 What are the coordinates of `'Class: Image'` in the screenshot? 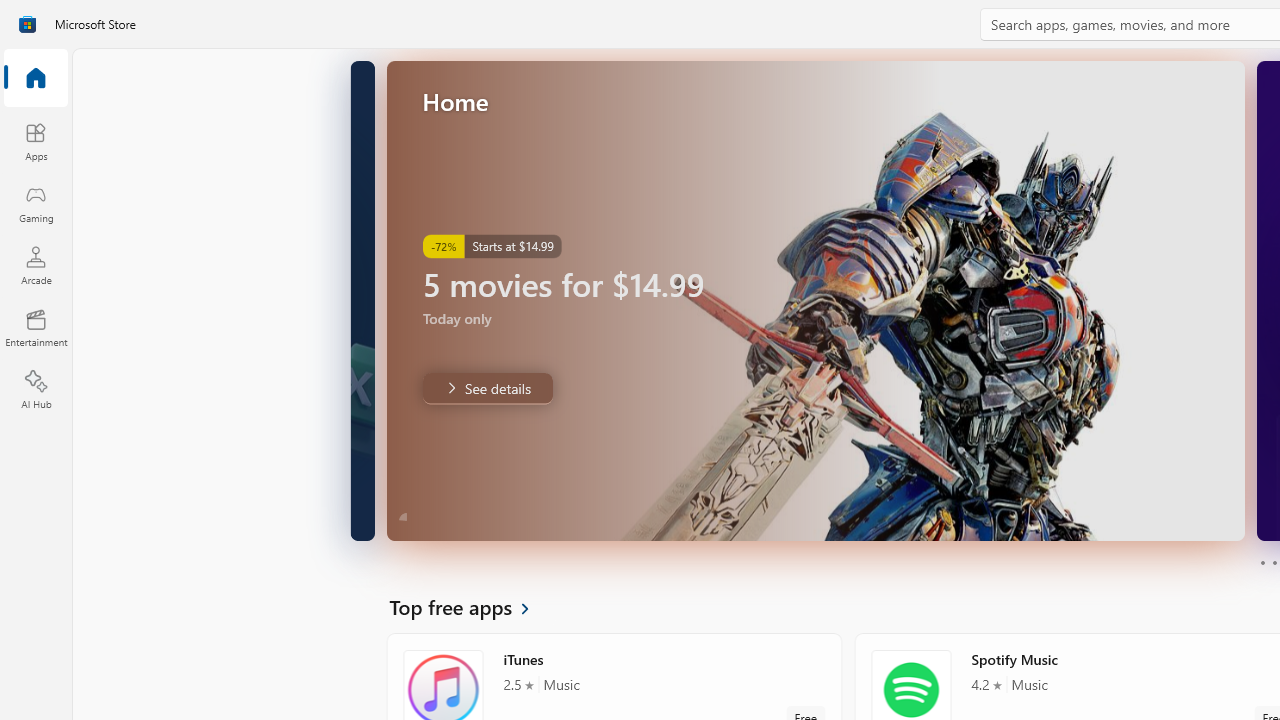 It's located at (27, 24).